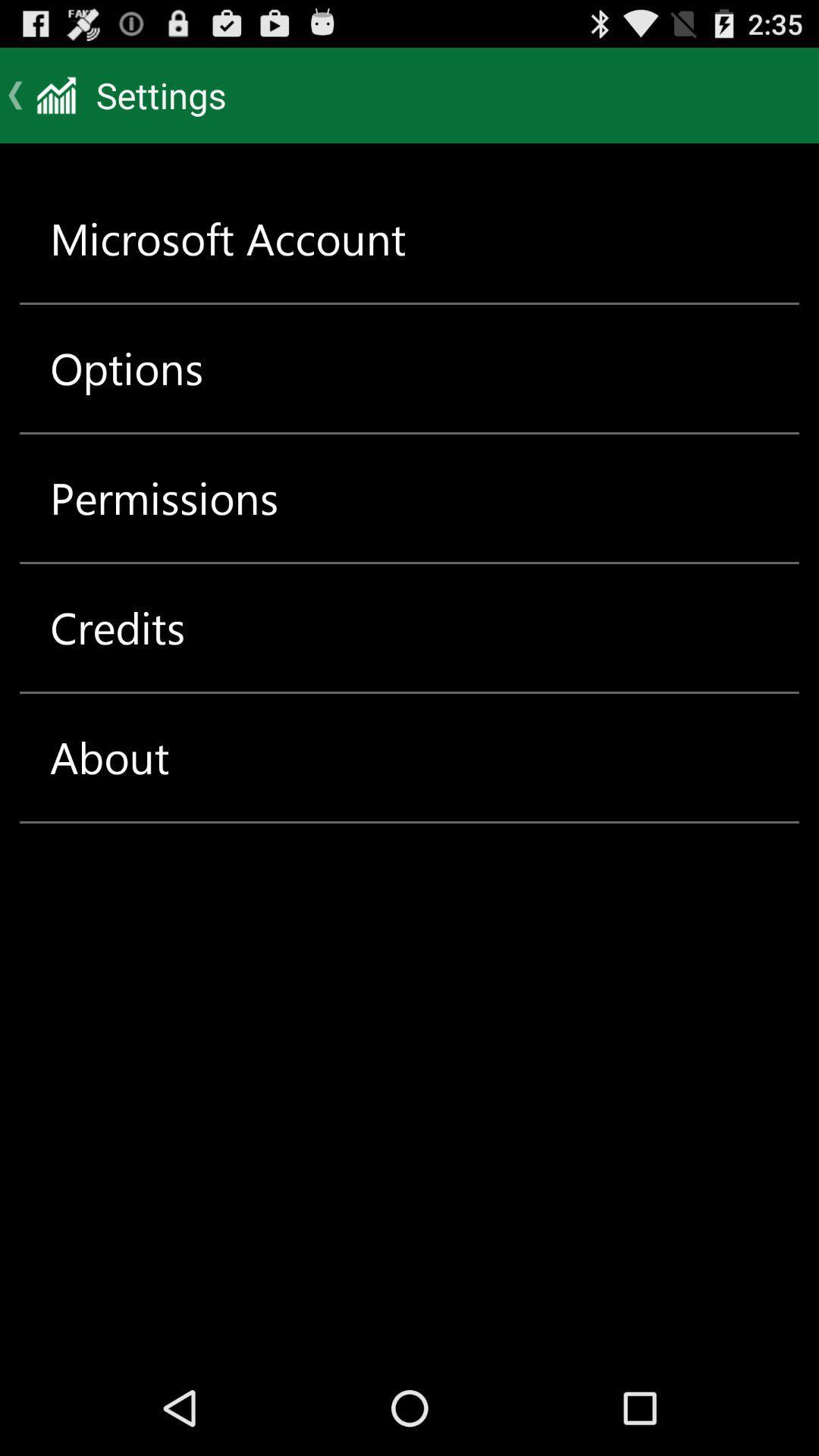  Describe the element at coordinates (108, 757) in the screenshot. I see `item below the credits` at that location.